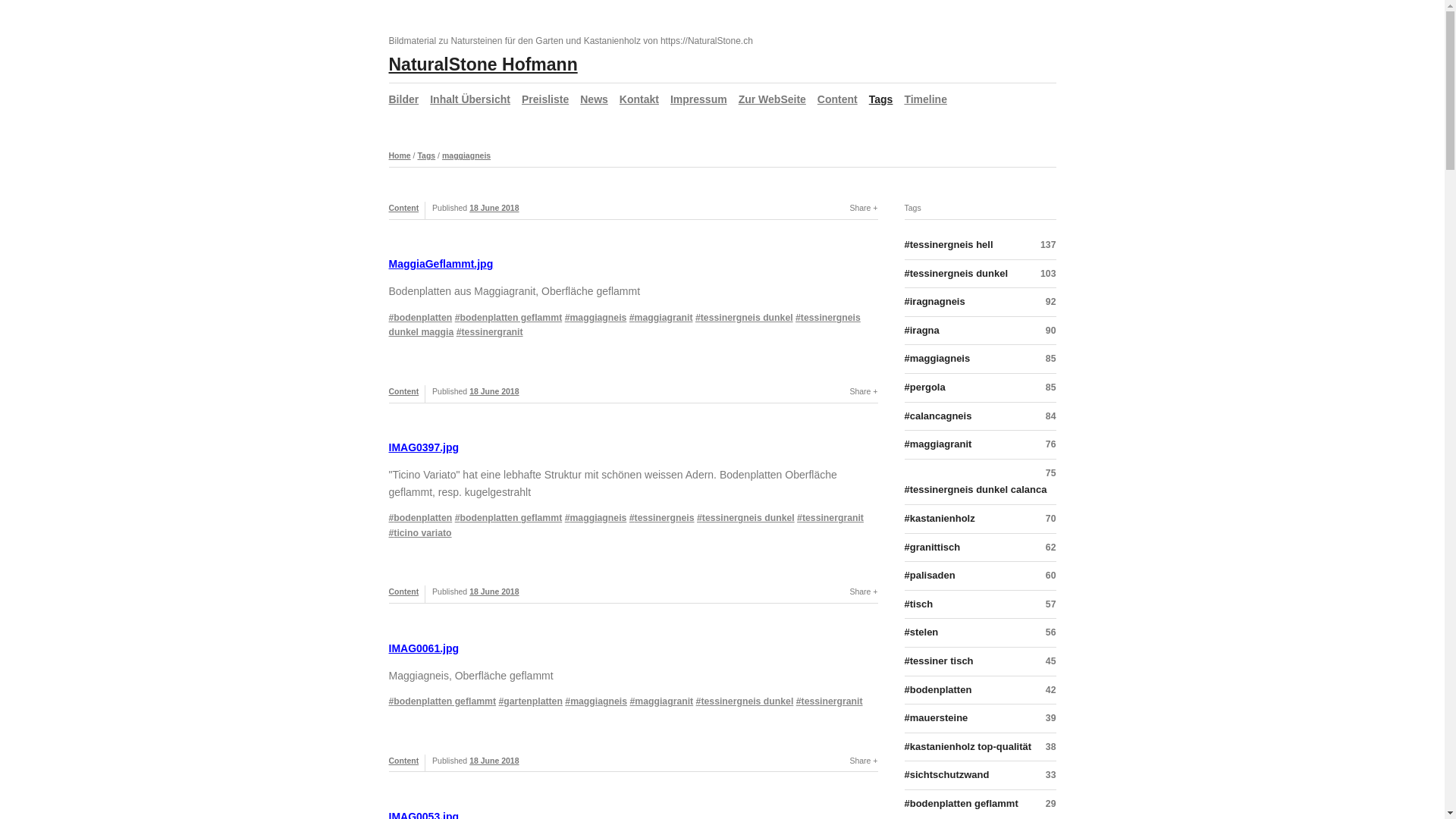 Image resolution: width=1456 pixels, height=819 pixels. Describe the element at coordinates (903, 247) in the screenshot. I see `'137` at that location.